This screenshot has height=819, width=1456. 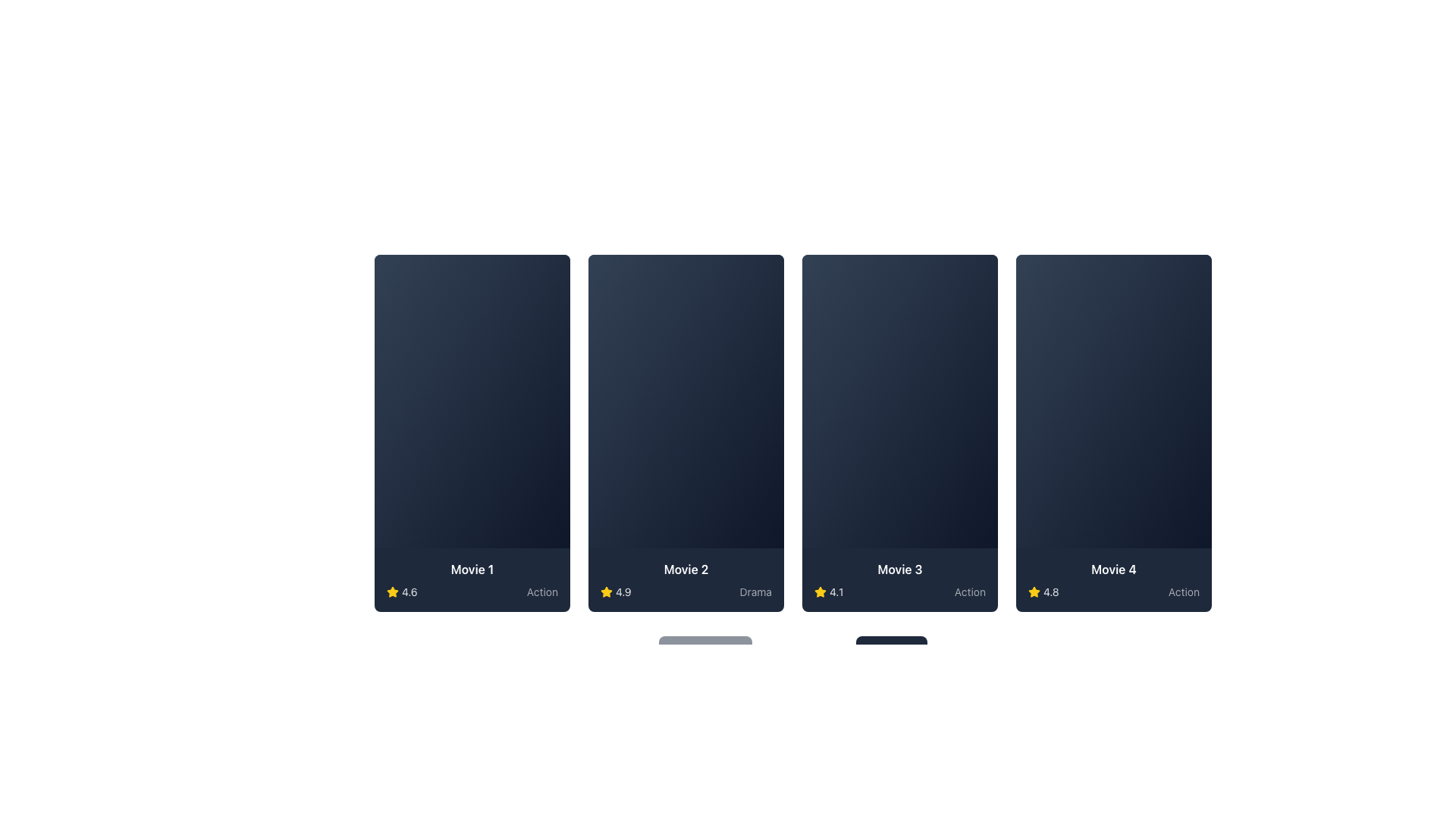 I want to click on the star icon representing a rating system for 'Movie 1', which is located next to the text '4.6', so click(x=393, y=591).